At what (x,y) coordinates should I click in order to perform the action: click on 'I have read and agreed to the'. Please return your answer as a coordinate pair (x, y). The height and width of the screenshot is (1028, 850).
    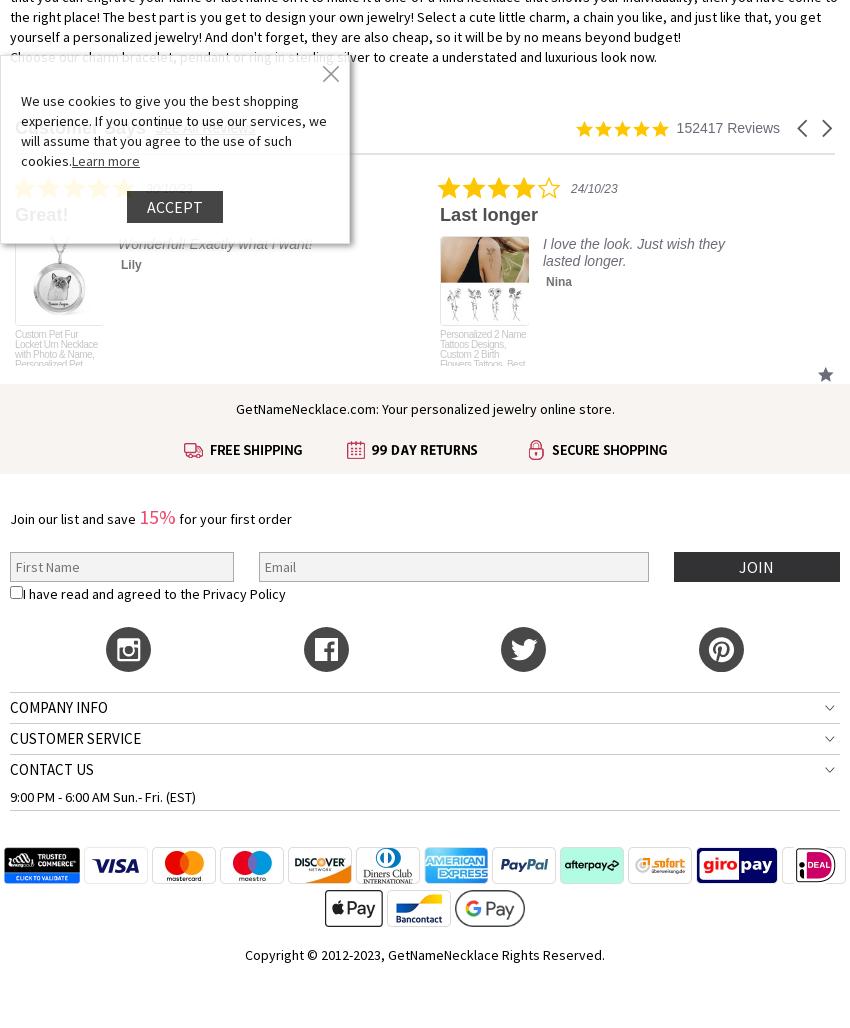
    Looking at the image, I should click on (111, 591).